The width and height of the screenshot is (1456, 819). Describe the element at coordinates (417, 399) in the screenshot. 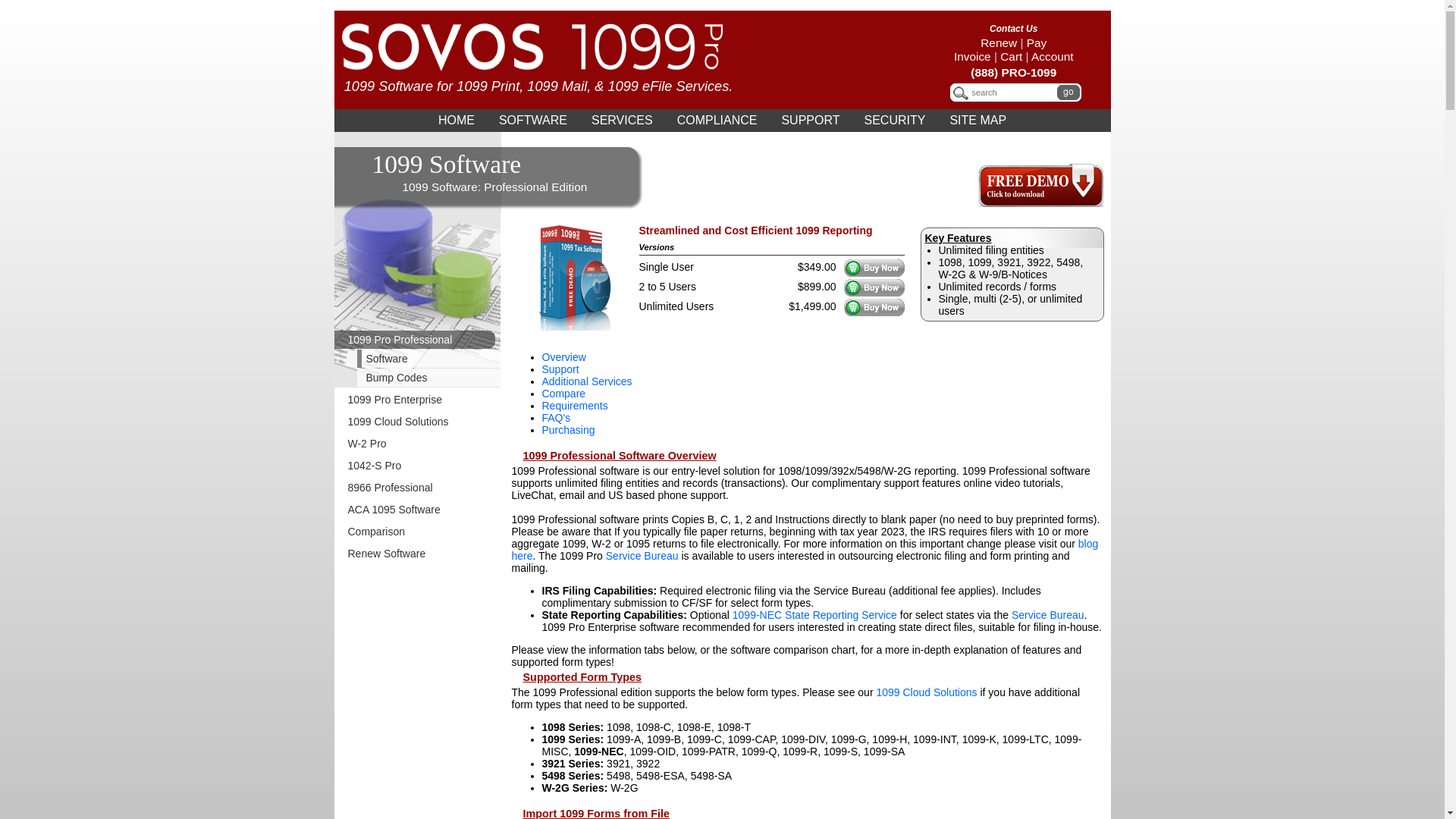

I see `'1099 Pro Enterprise'` at that location.